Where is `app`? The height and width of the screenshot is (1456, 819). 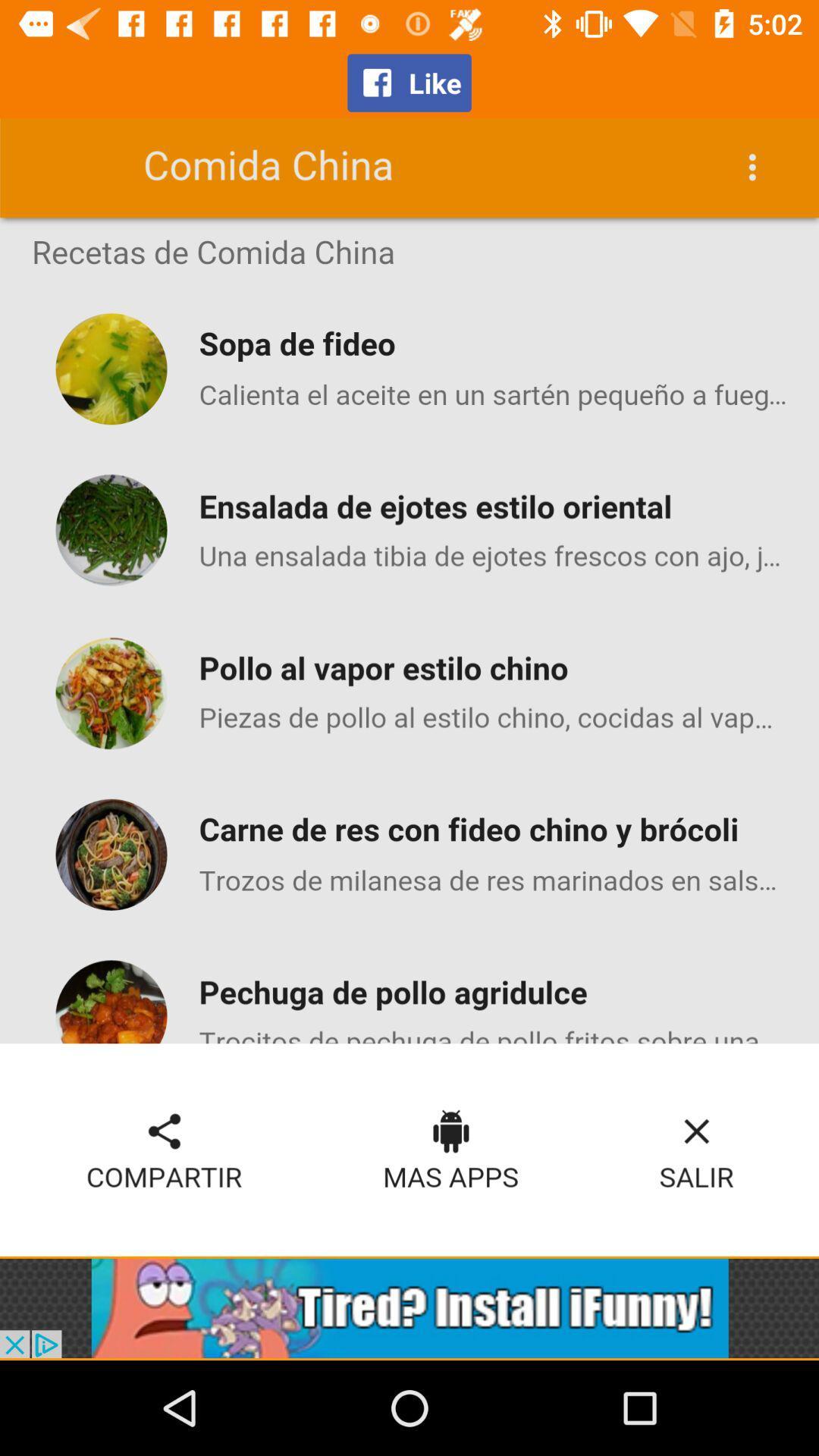 app is located at coordinates (409, 1307).